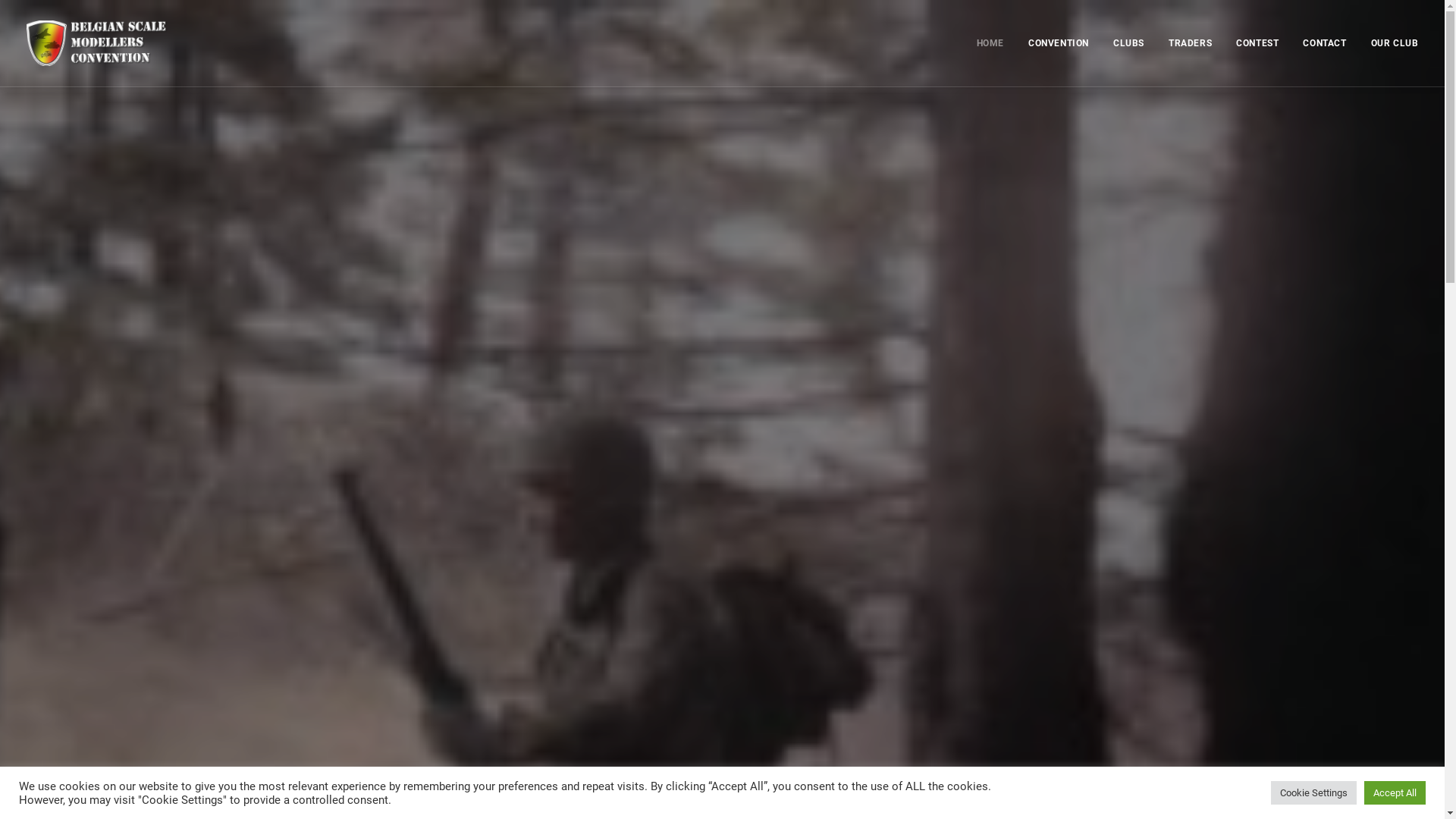  Describe the element at coordinates (996, 42) in the screenshot. I see `'HOME'` at that location.